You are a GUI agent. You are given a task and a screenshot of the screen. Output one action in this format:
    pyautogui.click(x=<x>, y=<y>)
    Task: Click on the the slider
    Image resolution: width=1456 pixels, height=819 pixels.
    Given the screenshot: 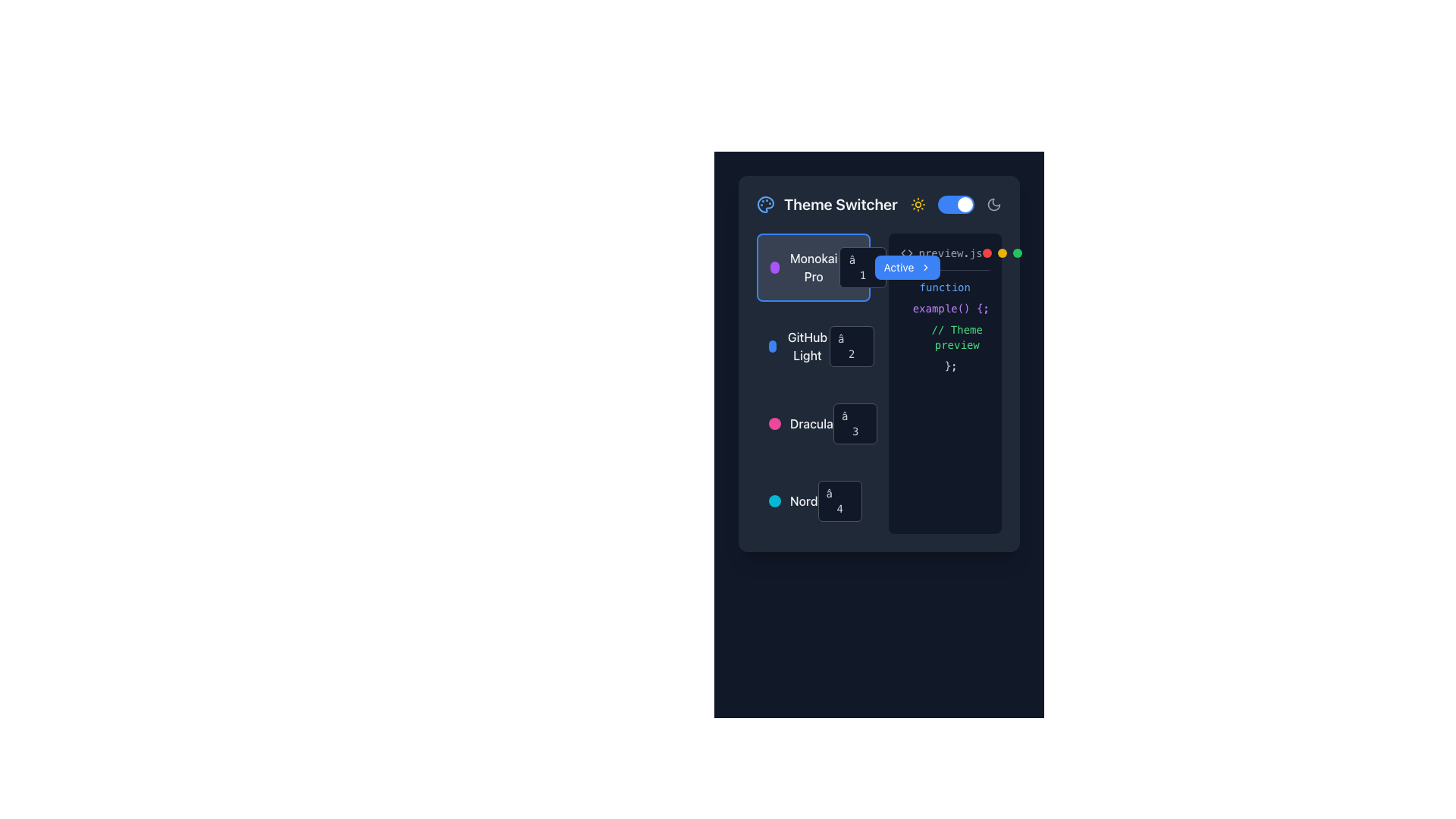 What is the action you would take?
    pyautogui.click(x=946, y=205)
    